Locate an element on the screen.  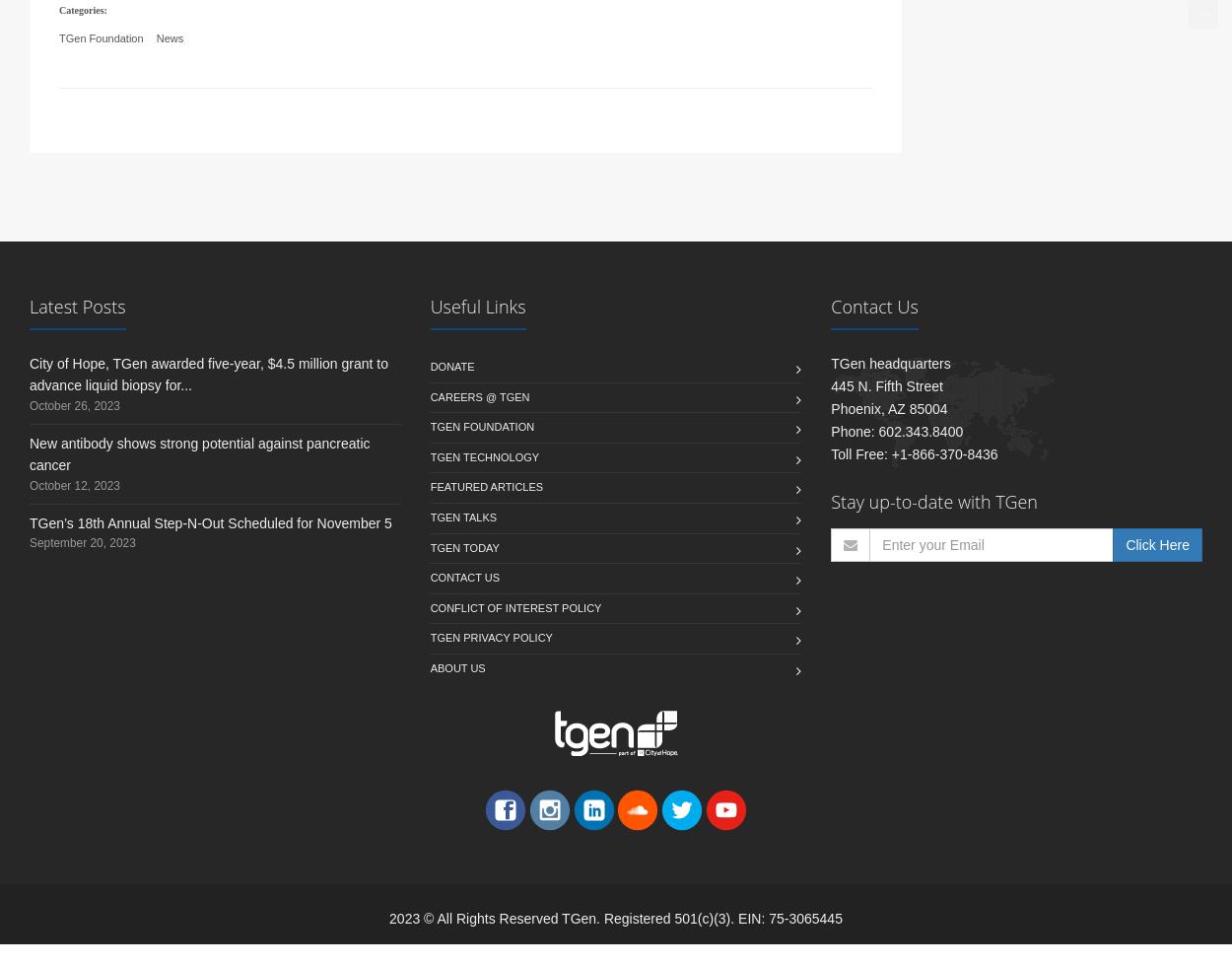
'City of Hope, TGen awarded five-year, $4.5 million grant to advance liquid biopsy for...' is located at coordinates (30, 396).